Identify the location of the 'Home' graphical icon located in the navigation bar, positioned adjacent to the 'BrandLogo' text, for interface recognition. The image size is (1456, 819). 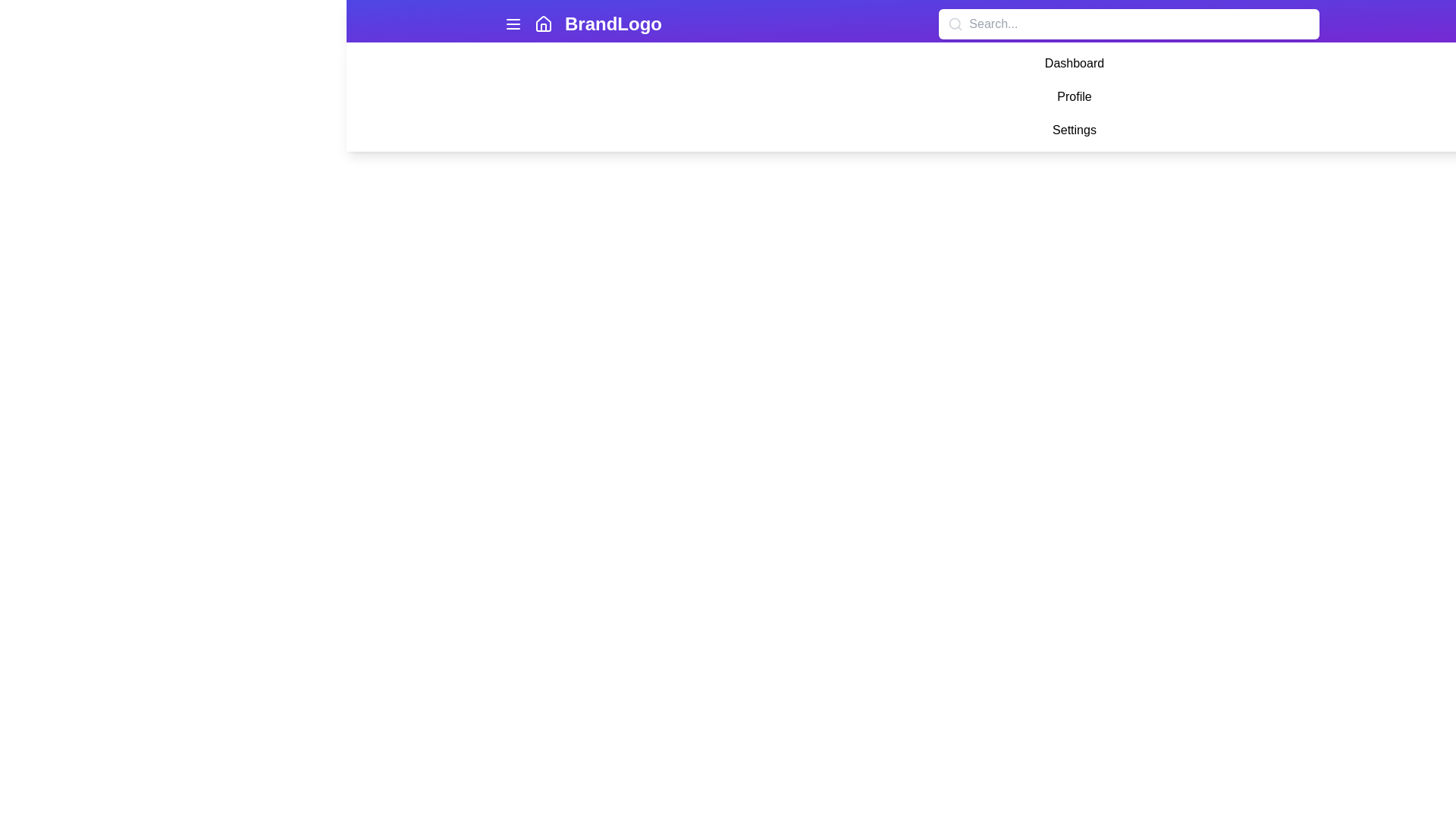
(543, 23).